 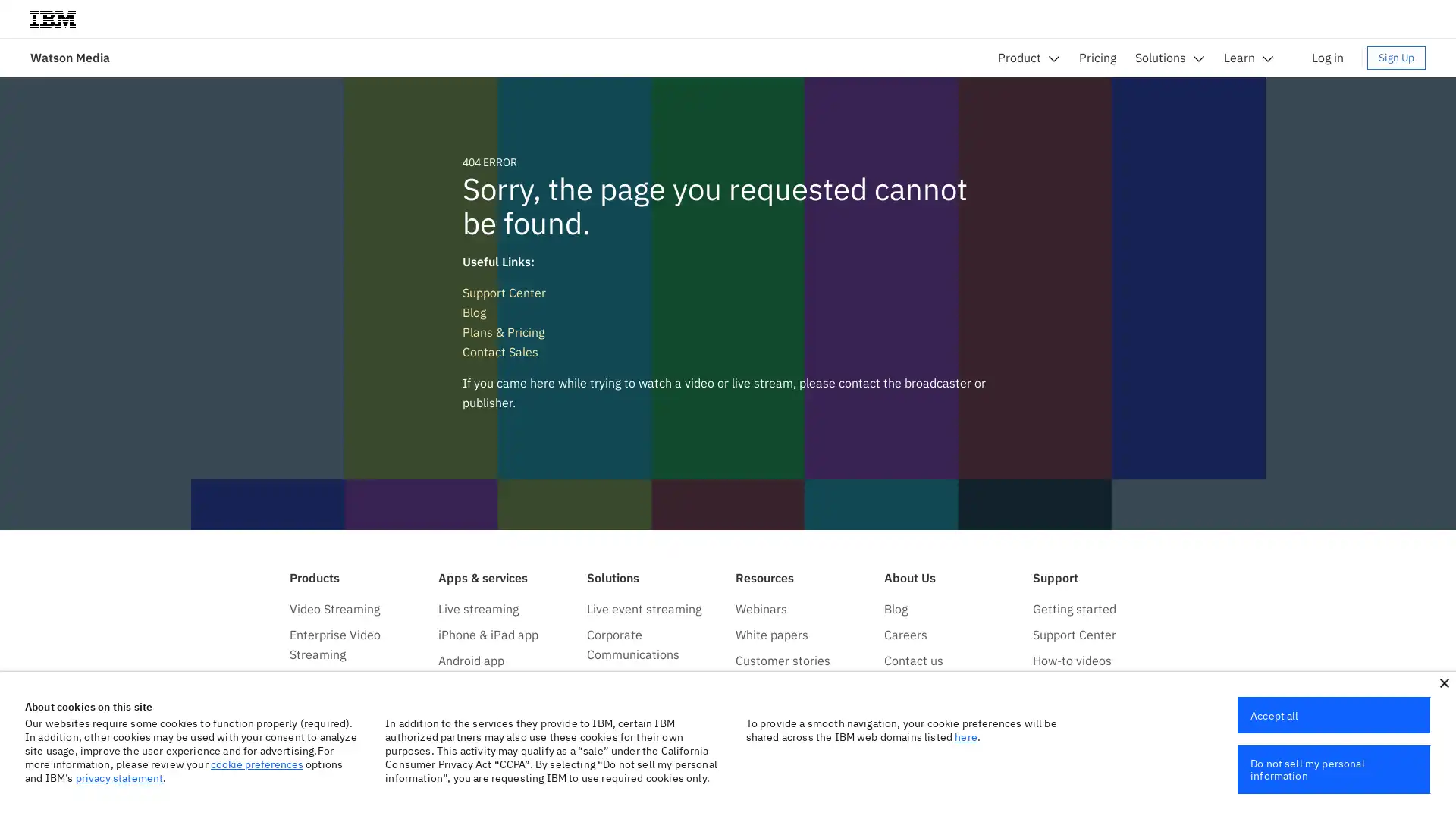 What do you see at coordinates (1444, 683) in the screenshot?
I see `close icon` at bounding box center [1444, 683].